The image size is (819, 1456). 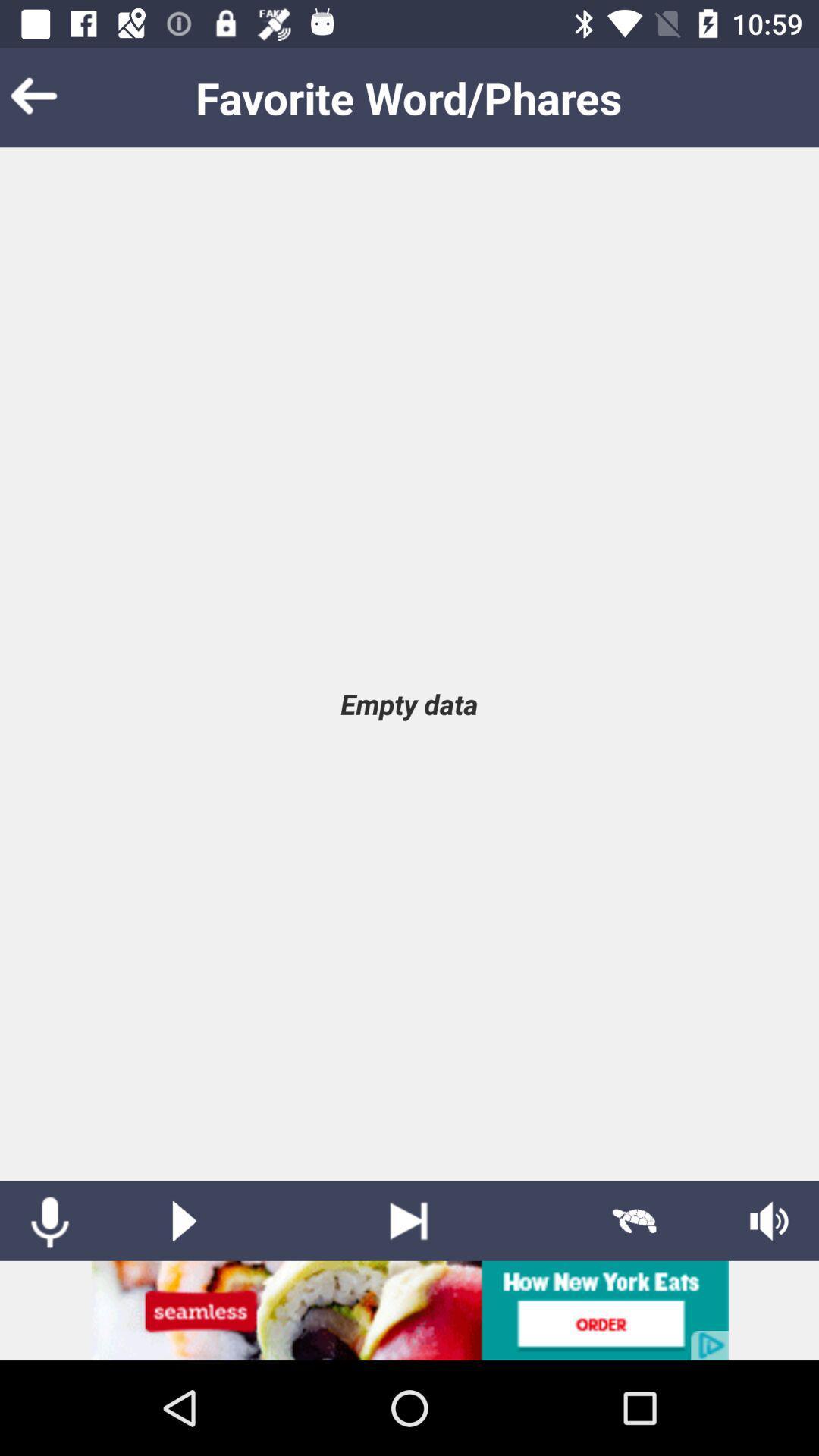 What do you see at coordinates (409, 1310) in the screenshot?
I see `connect to link` at bounding box center [409, 1310].